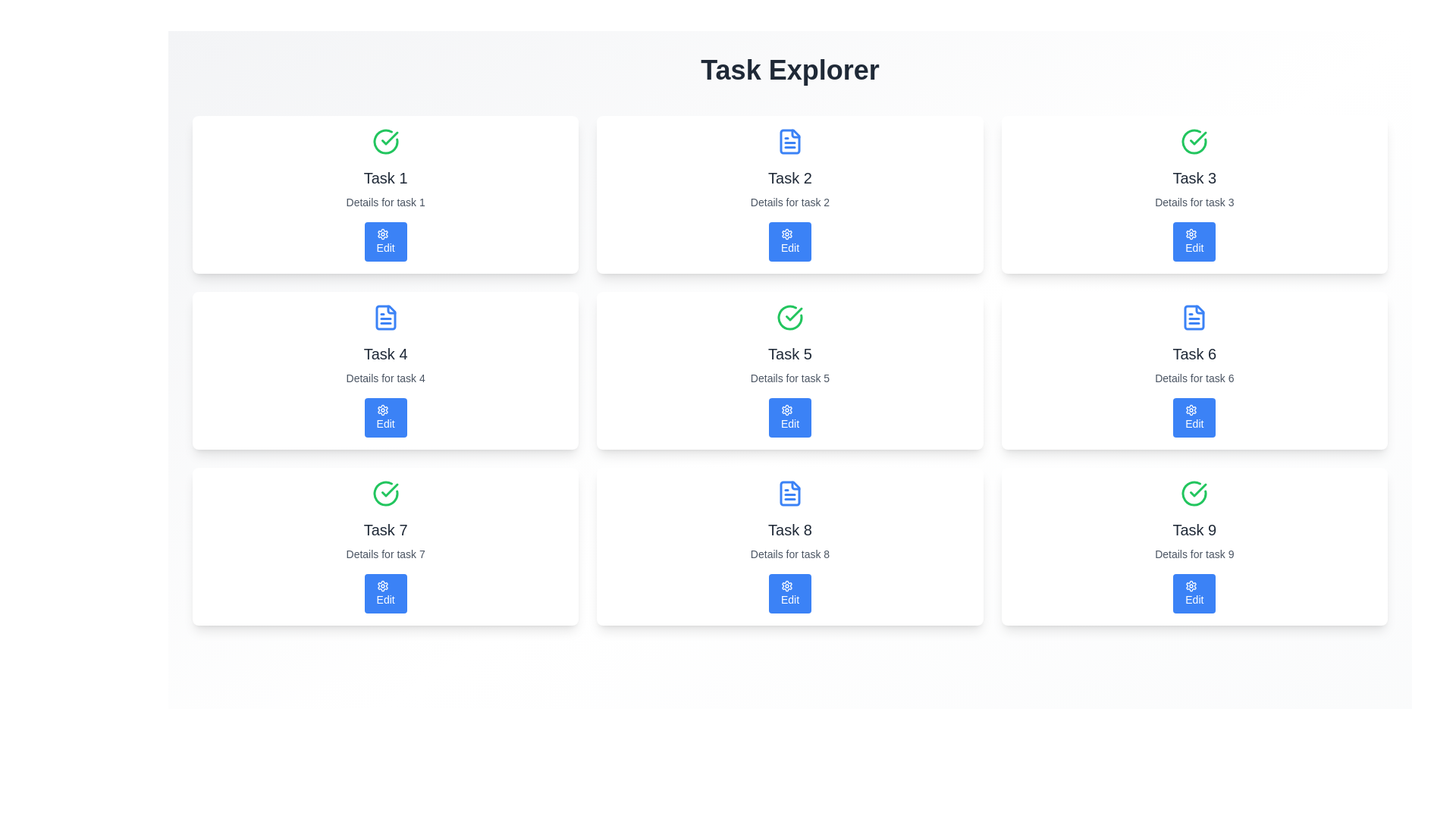  What do you see at coordinates (789, 201) in the screenshot?
I see `the static text label that provides additional details about 'Task 2', positioned directly below the 'Task 2' title in the second row of a 3x3 grid layout` at bounding box center [789, 201].